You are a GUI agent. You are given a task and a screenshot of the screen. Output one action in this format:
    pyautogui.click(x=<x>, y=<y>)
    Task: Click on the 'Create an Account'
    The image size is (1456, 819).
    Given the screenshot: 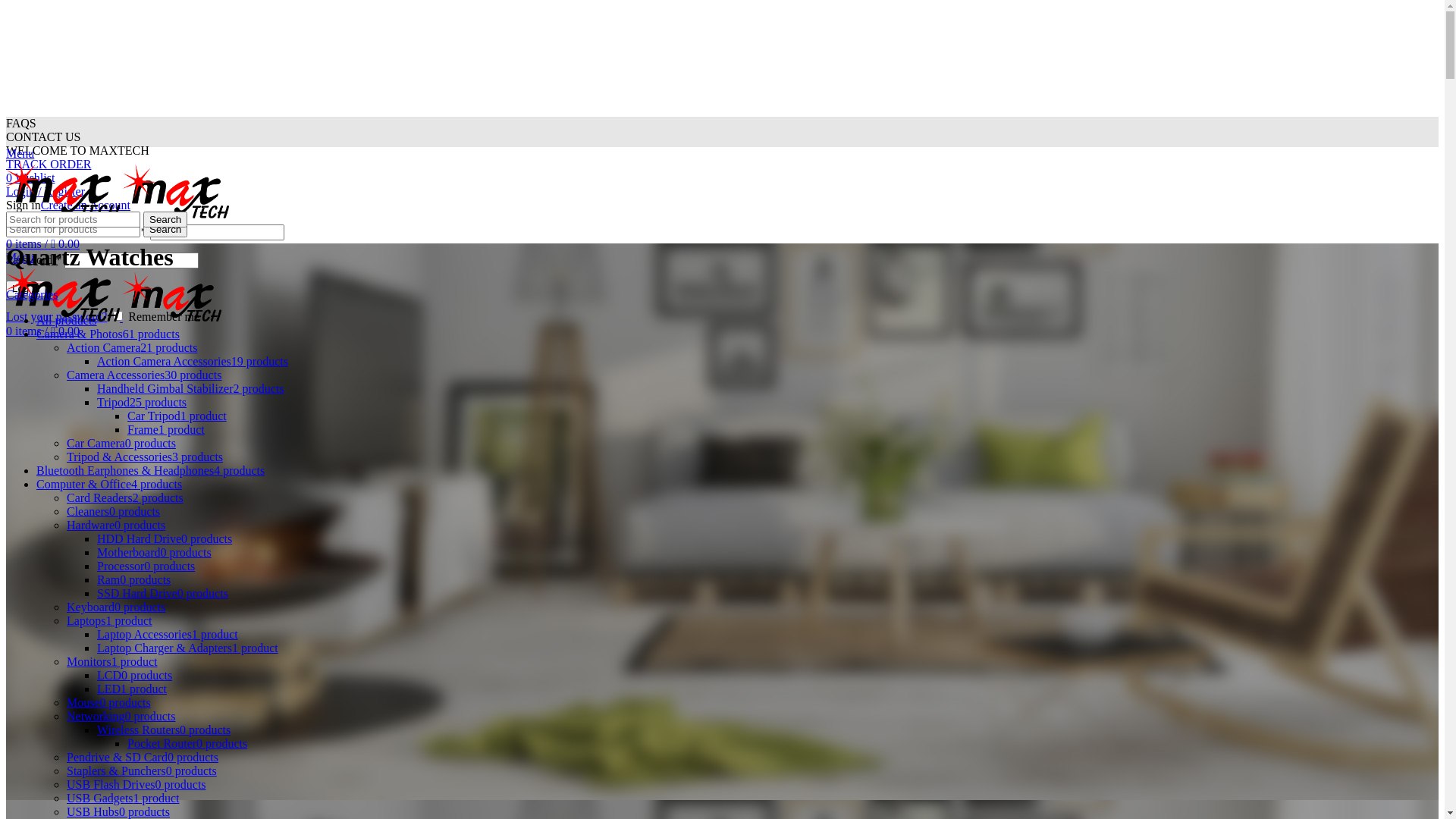 What is the action you would take?
    pyautogui.click(x=85, y=205)
    